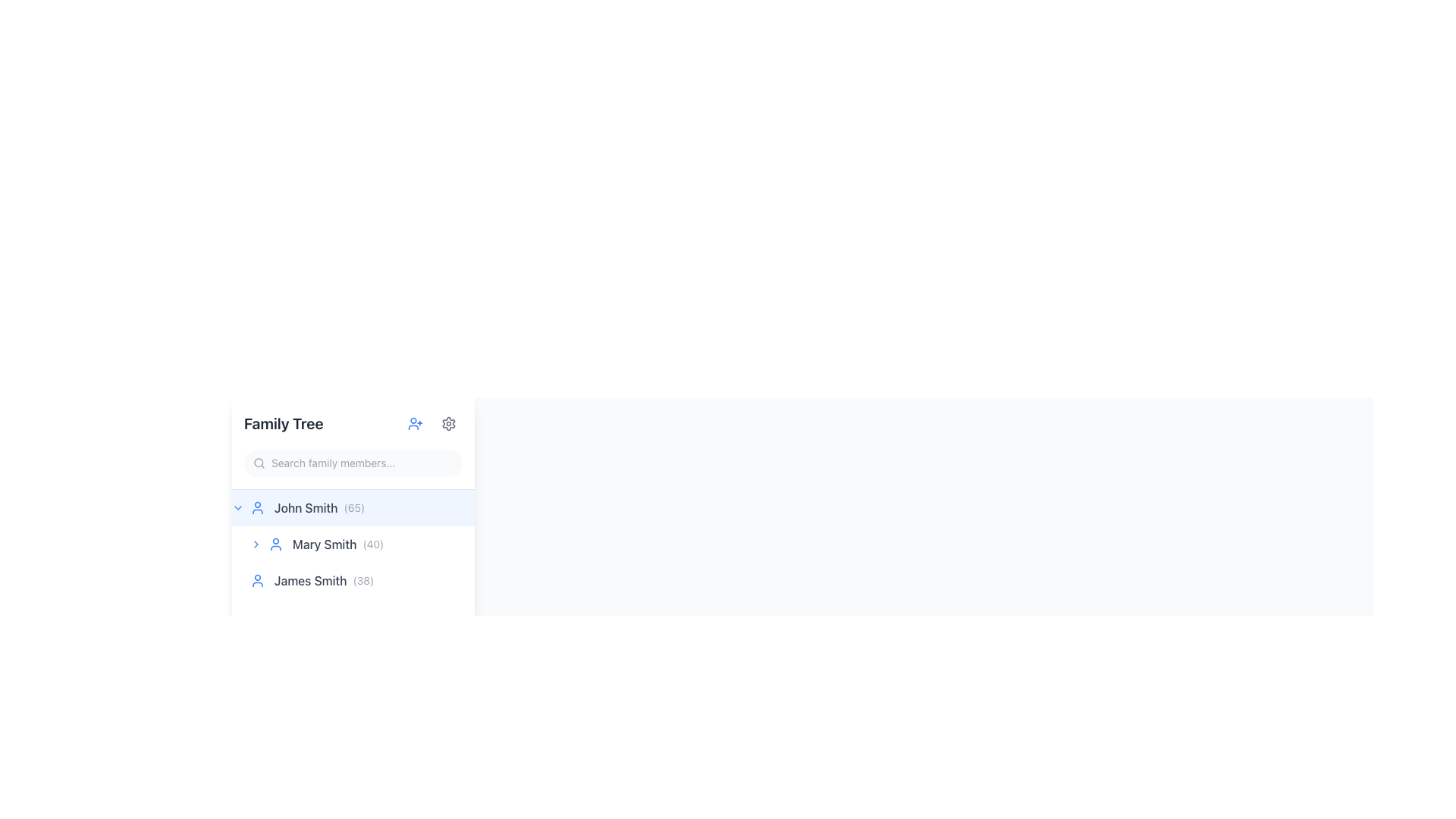  What do you see at coordinates (323, 543) in the screenshot?
I see `the Text label displaying 'Mary Smith', which is styled with a gray font and positioned inline with the text '(40)' and a user silhouette icon` at bounding box center [323, 543].